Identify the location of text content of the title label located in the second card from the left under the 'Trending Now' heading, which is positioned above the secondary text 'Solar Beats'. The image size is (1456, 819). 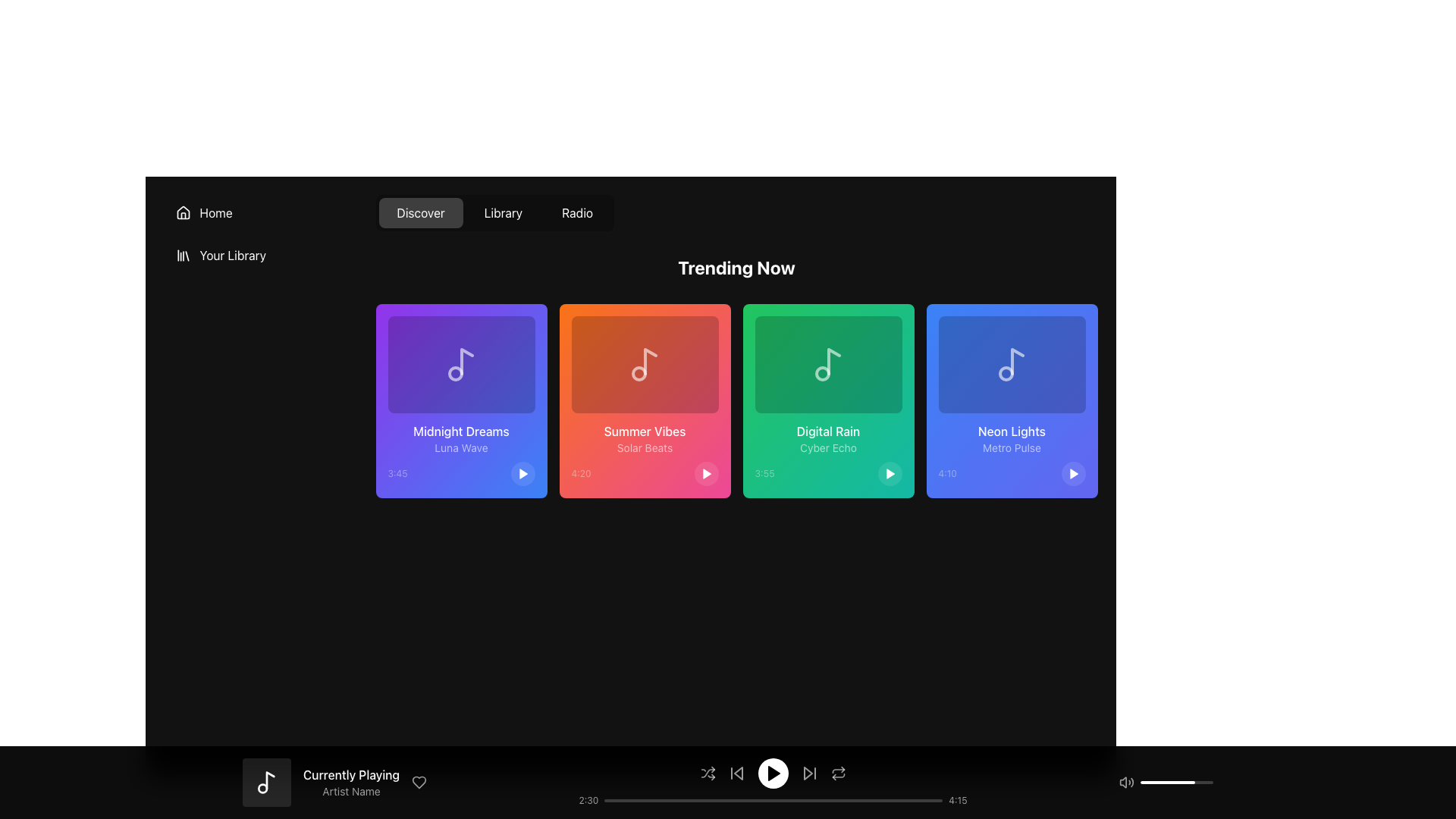
(645, 431).